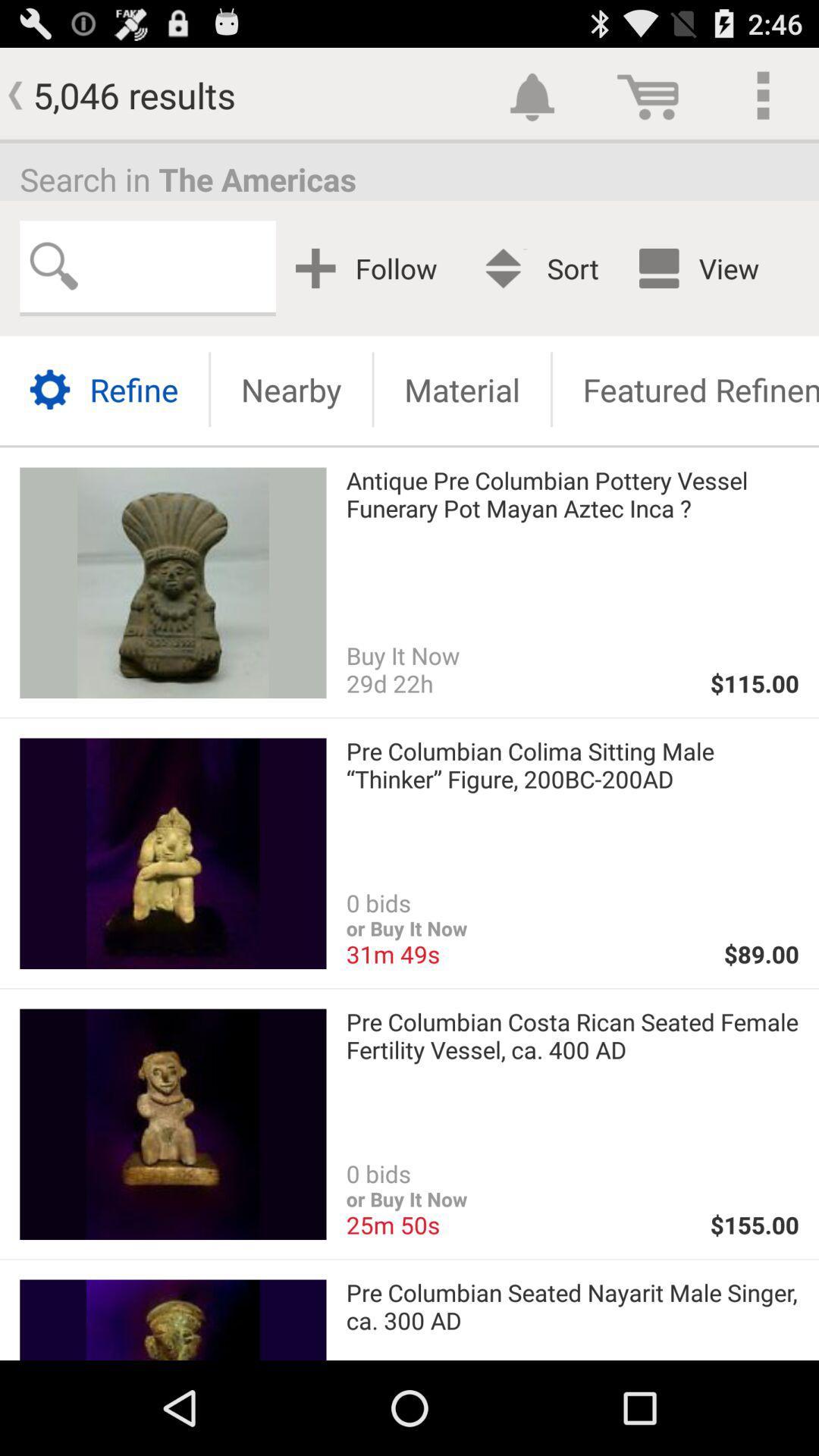 The width and height of the screenshot is (819, 1456). What do you see at coordinates (686, 389) in the screenshot?
I see `the featured refinements button` at bounding box center [686, 389].